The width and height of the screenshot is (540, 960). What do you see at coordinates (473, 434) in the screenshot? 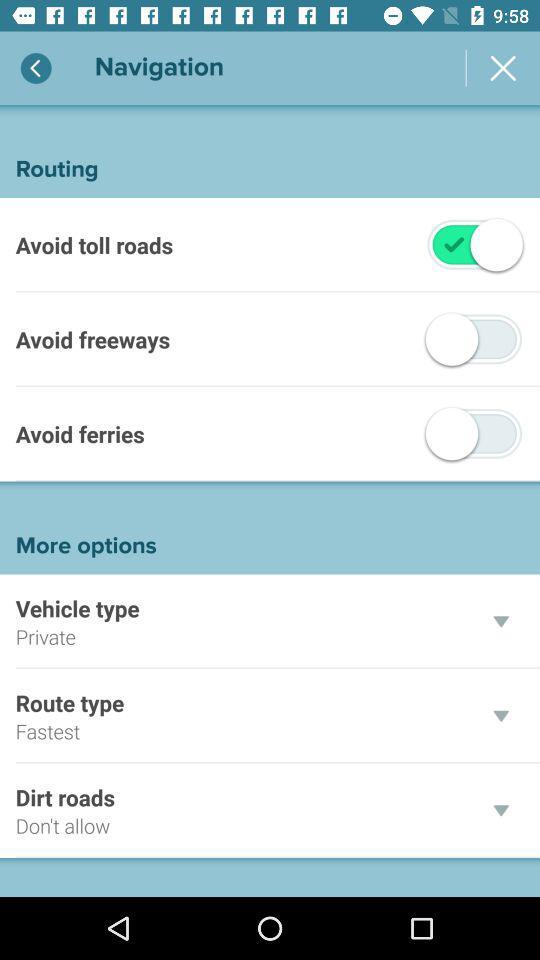
I see `the button next to the text avoid ferries` at bounding box center [473, 434].